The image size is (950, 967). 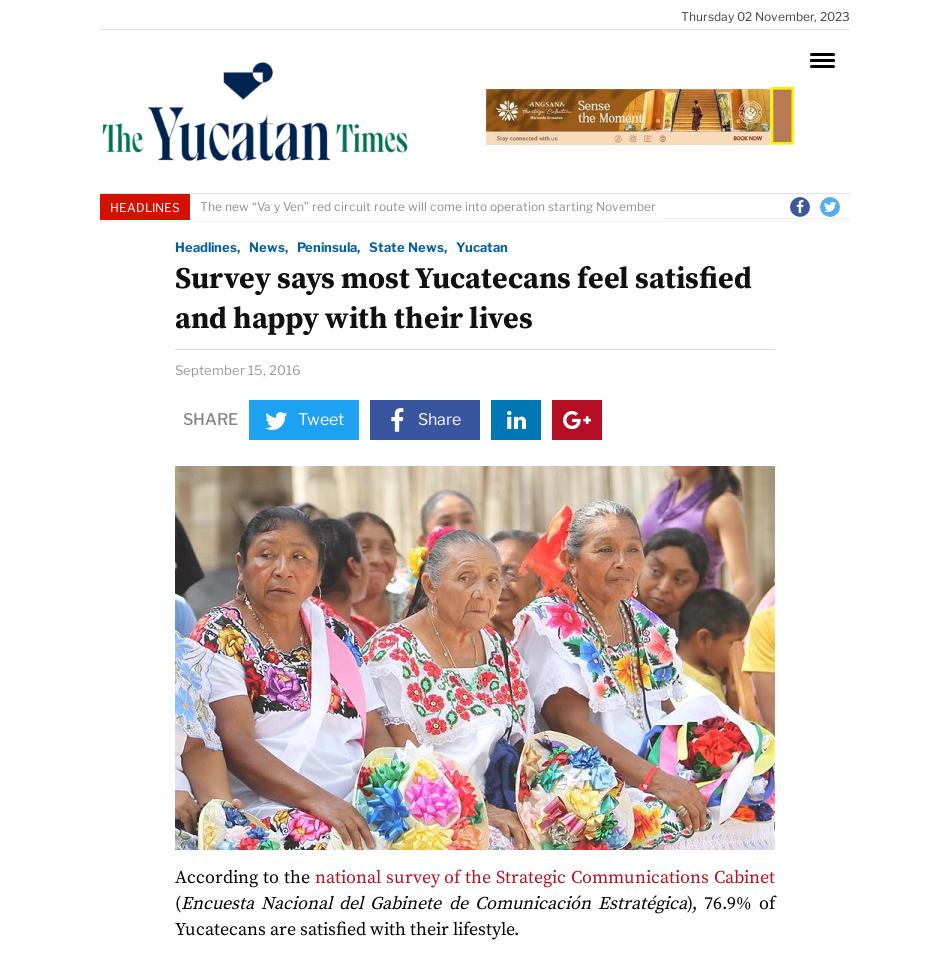 I want to click on 'HEADLINES', so click(x=144, y=206).